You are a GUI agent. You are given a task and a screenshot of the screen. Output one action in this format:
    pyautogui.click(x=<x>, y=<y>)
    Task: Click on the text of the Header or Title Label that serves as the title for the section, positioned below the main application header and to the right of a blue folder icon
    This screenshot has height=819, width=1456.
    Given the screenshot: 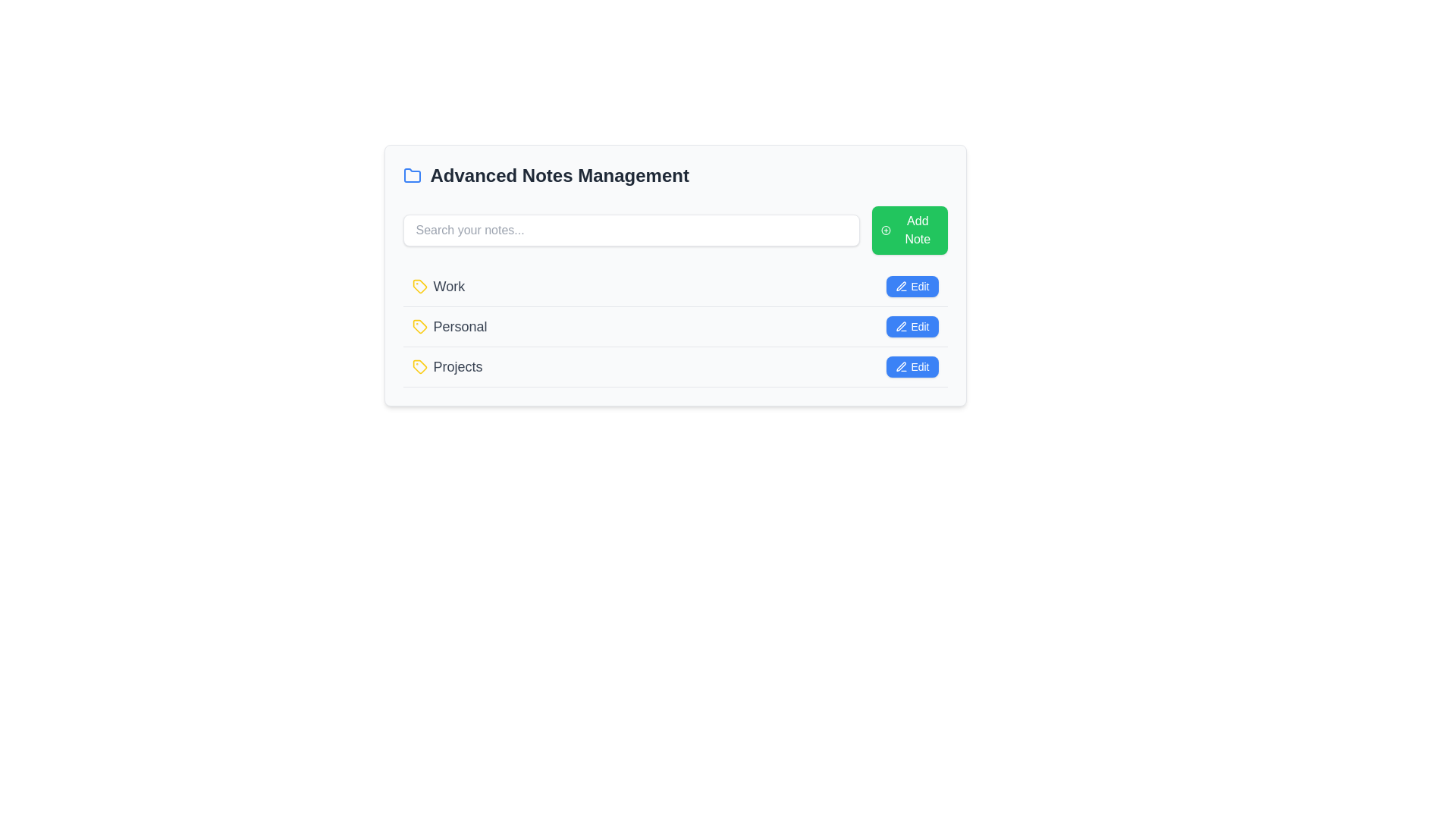 What is the action you would take?
    pyautogui.click(x=559, y=174)
    